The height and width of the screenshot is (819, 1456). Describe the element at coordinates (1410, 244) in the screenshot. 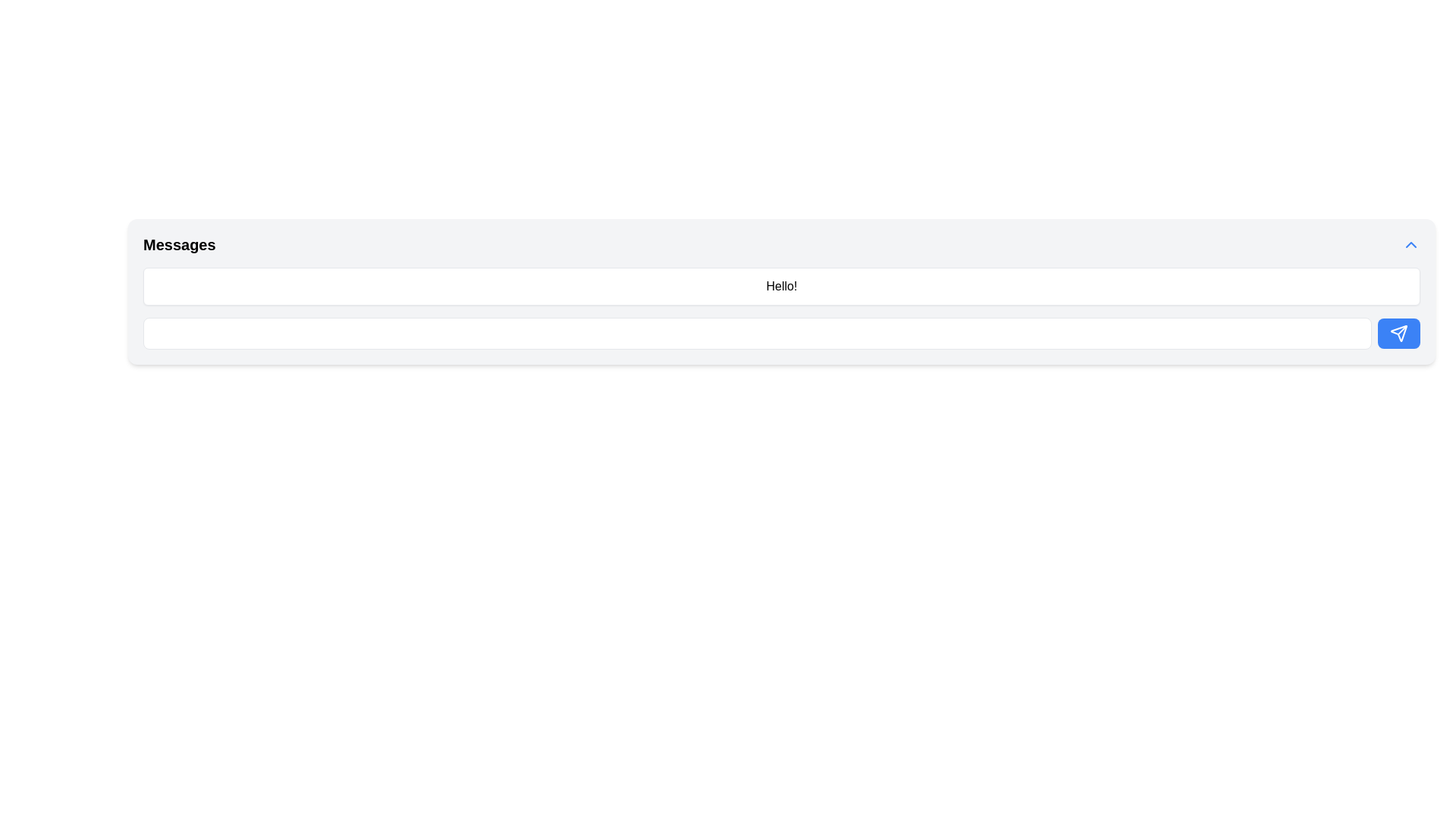

I see `the upward-pointing chevron icon in blue located at the top-right corner of the 'Messages' panel` at that location.